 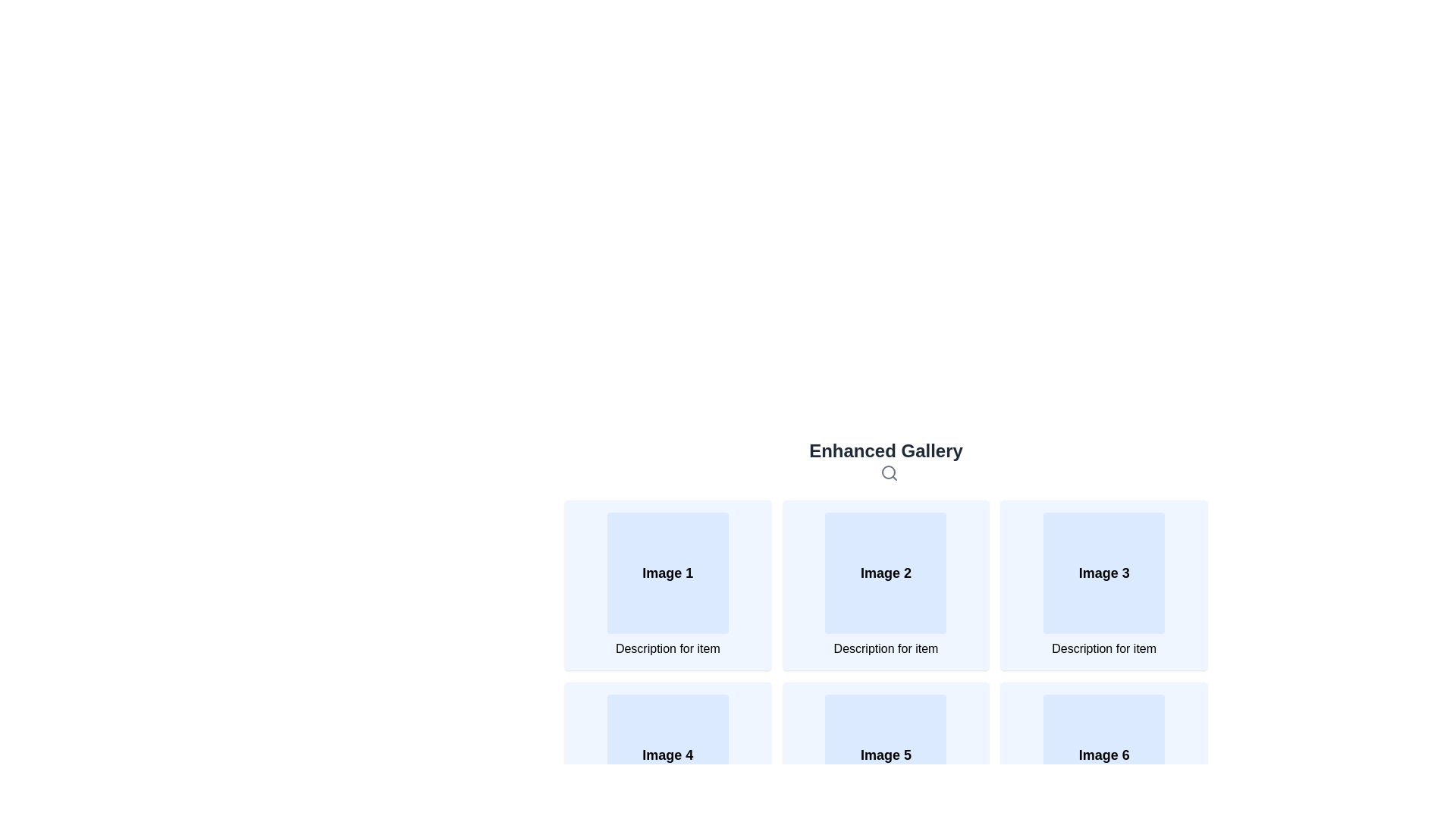 What do you see at coordinates (886, 573) in the screenshot?
I see `the text label identifying the second image in the gallery, which is located in the top row of the grid layout between 'Image 1' and 'Image 3'` at bounding box center [886, 573].